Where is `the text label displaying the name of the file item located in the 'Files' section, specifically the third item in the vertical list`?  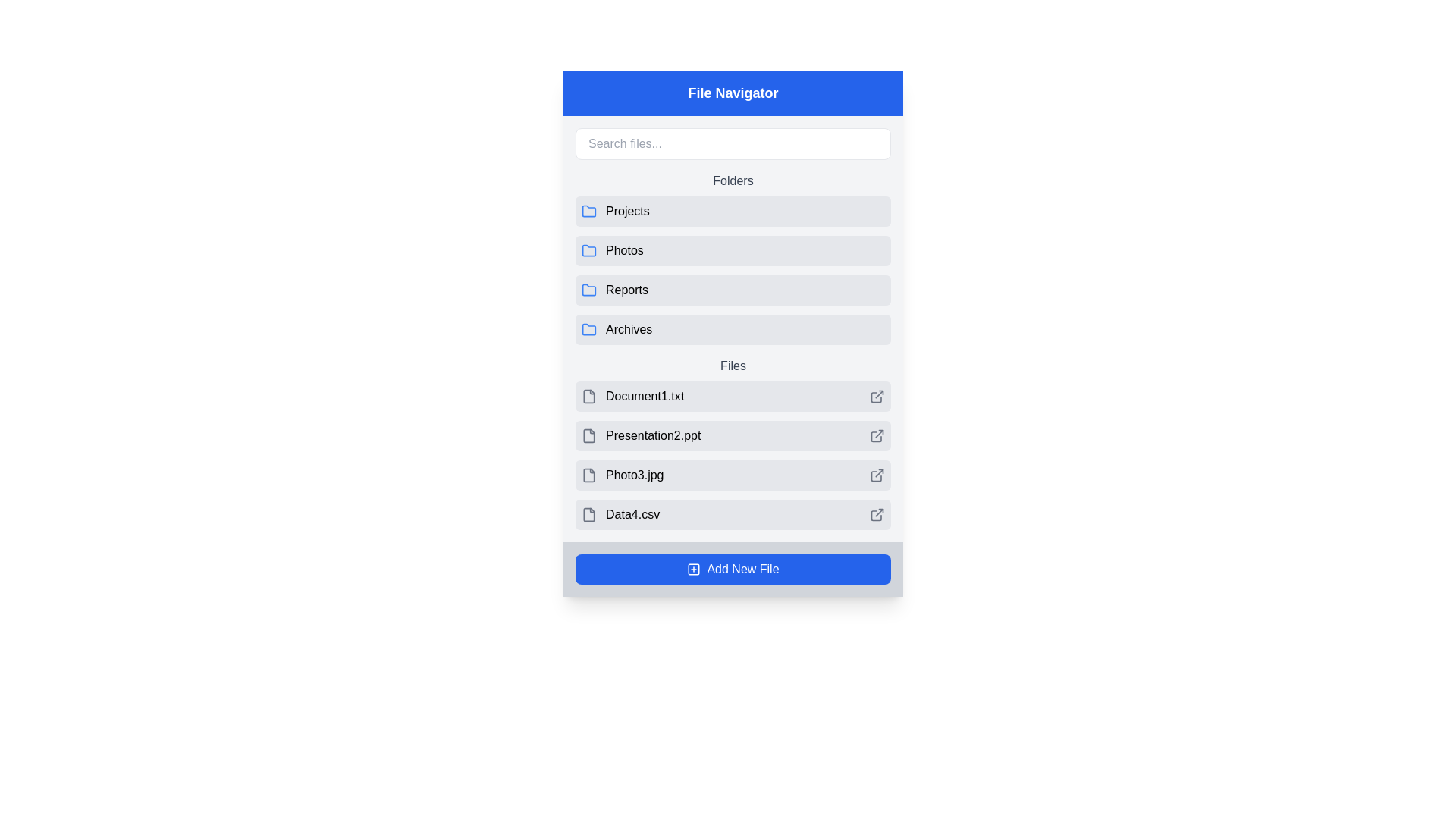 the text label displaying the name of the file item located in the 'Files' section, specifically the third item in the vertical list is located at coordinates (635, 475).